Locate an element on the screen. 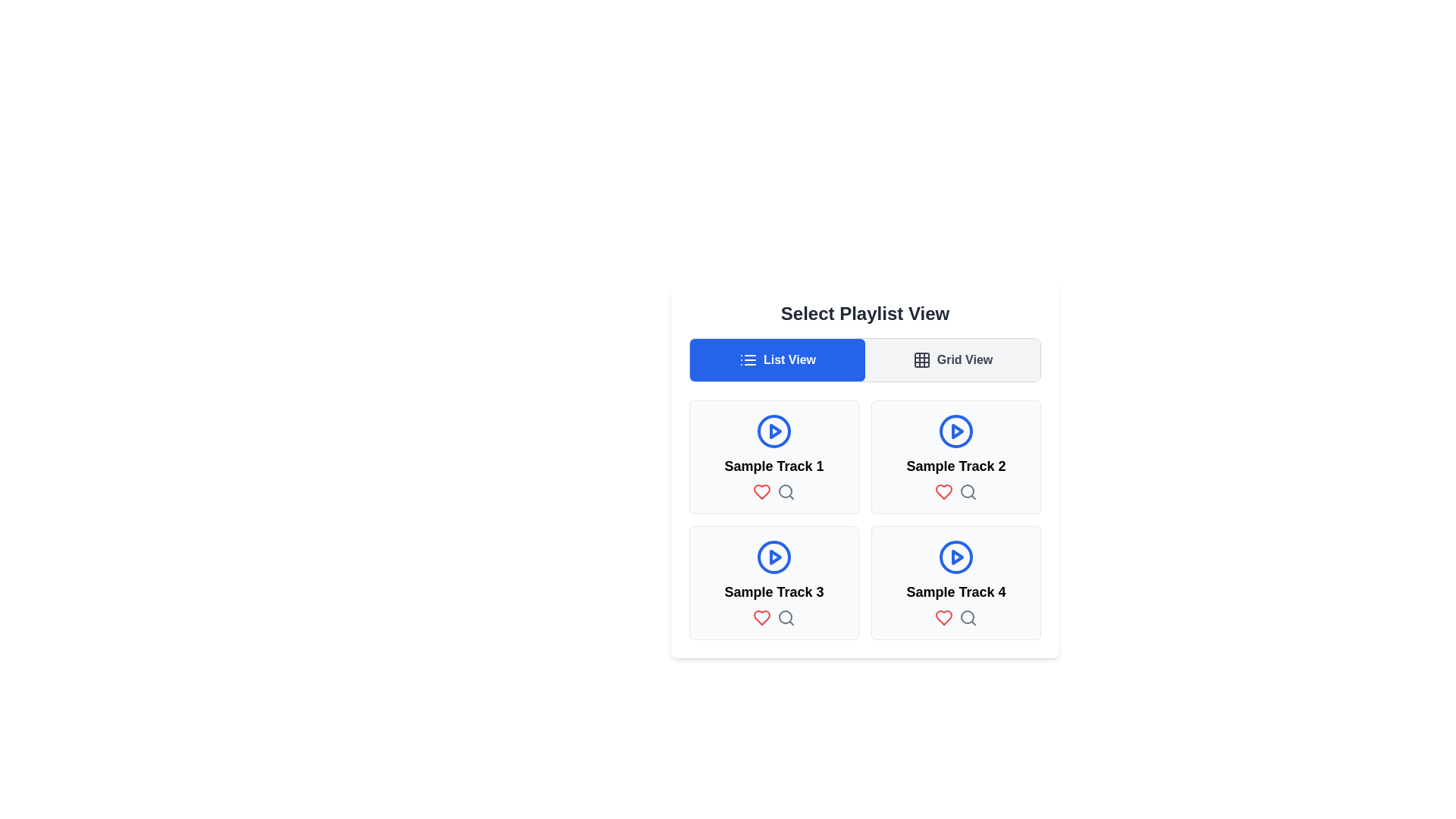 Image resolution: width=1456 pixels, height=819 pixels. the red heart icon representing the favorite action for 'Sample Track 2' is located at coordinates (943, 491).